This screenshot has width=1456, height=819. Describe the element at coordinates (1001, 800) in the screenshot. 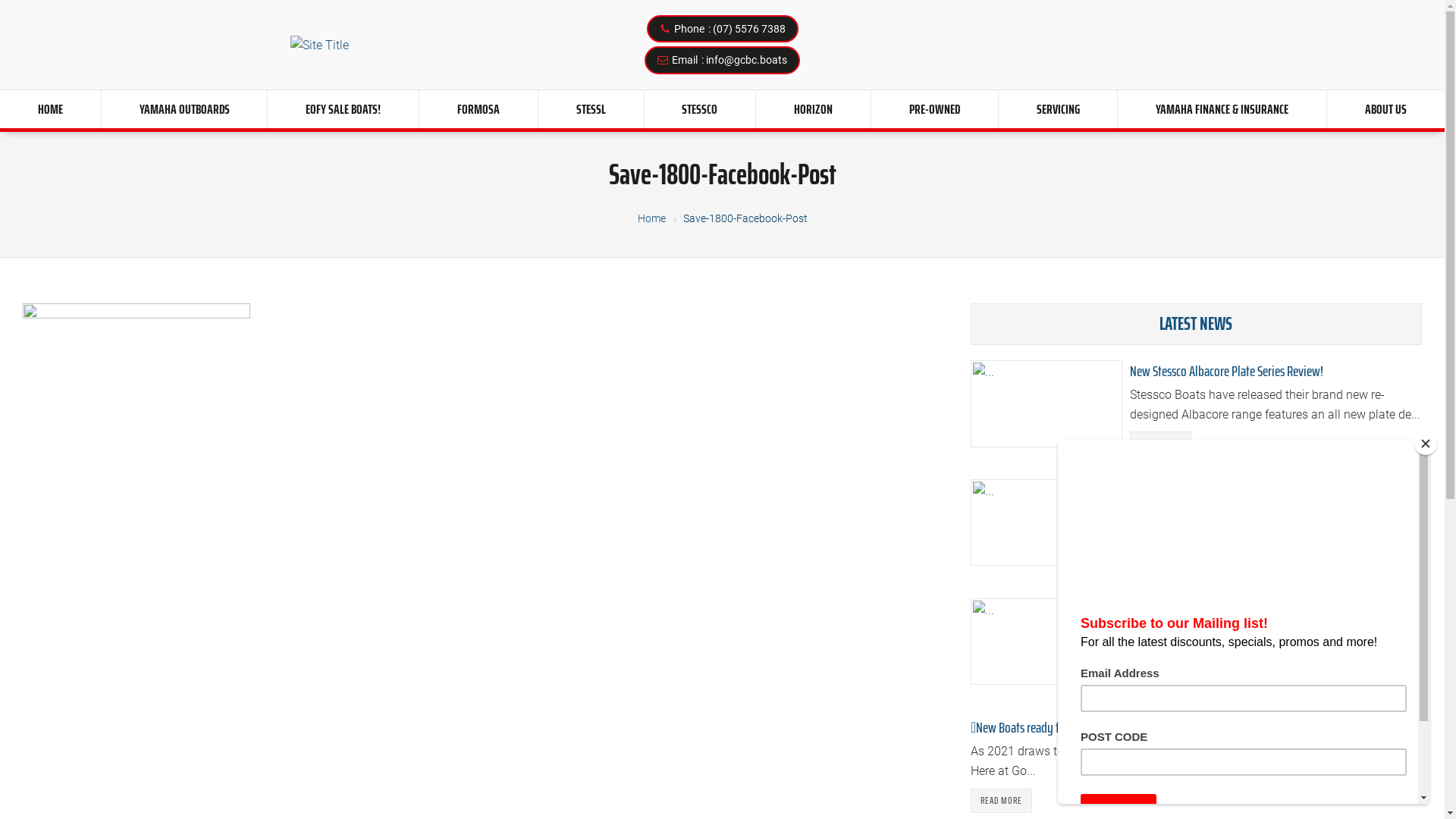

I see `'READ MORE'` at that location.